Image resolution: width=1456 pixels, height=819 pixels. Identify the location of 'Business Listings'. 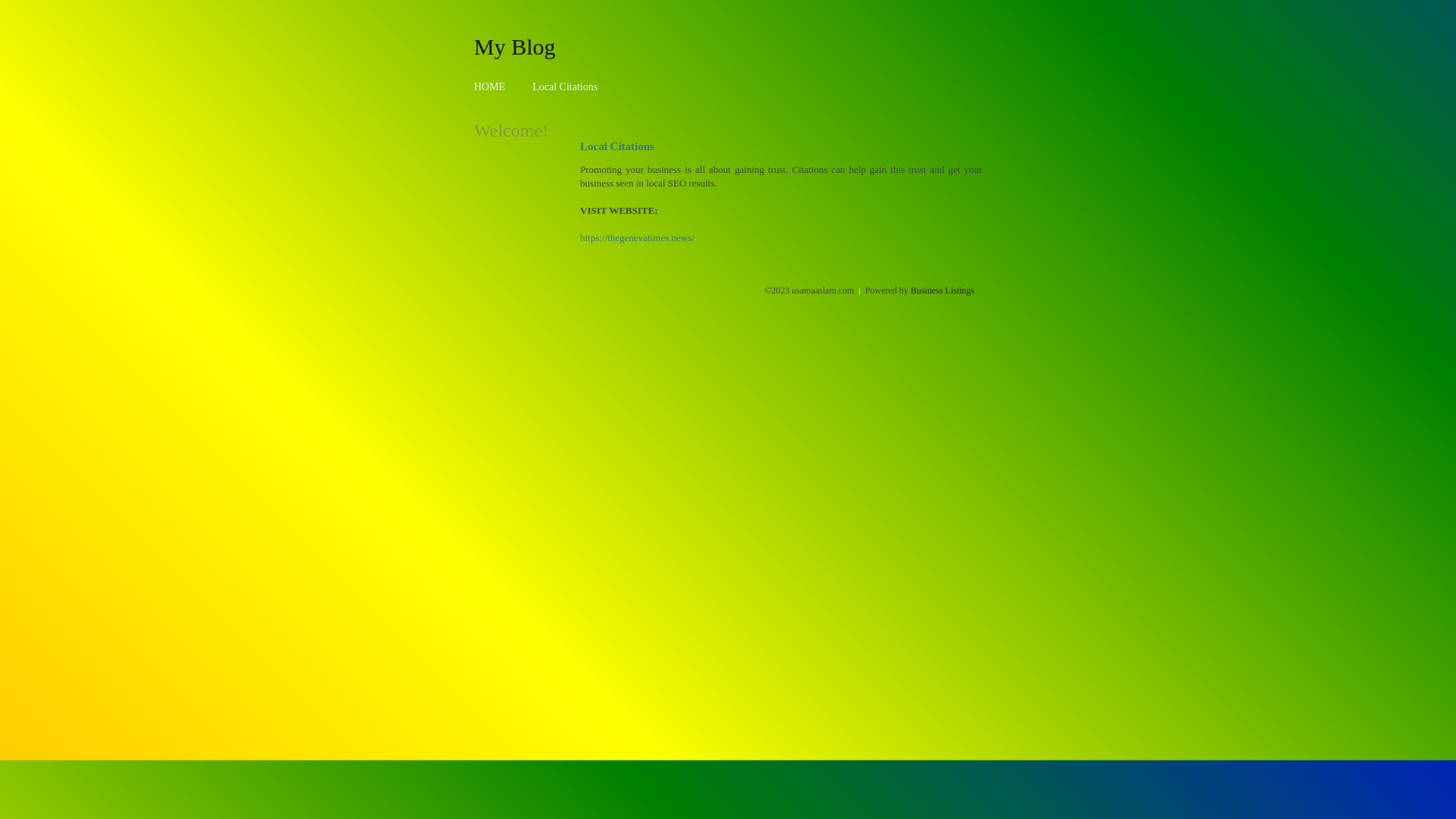
(942, 290).